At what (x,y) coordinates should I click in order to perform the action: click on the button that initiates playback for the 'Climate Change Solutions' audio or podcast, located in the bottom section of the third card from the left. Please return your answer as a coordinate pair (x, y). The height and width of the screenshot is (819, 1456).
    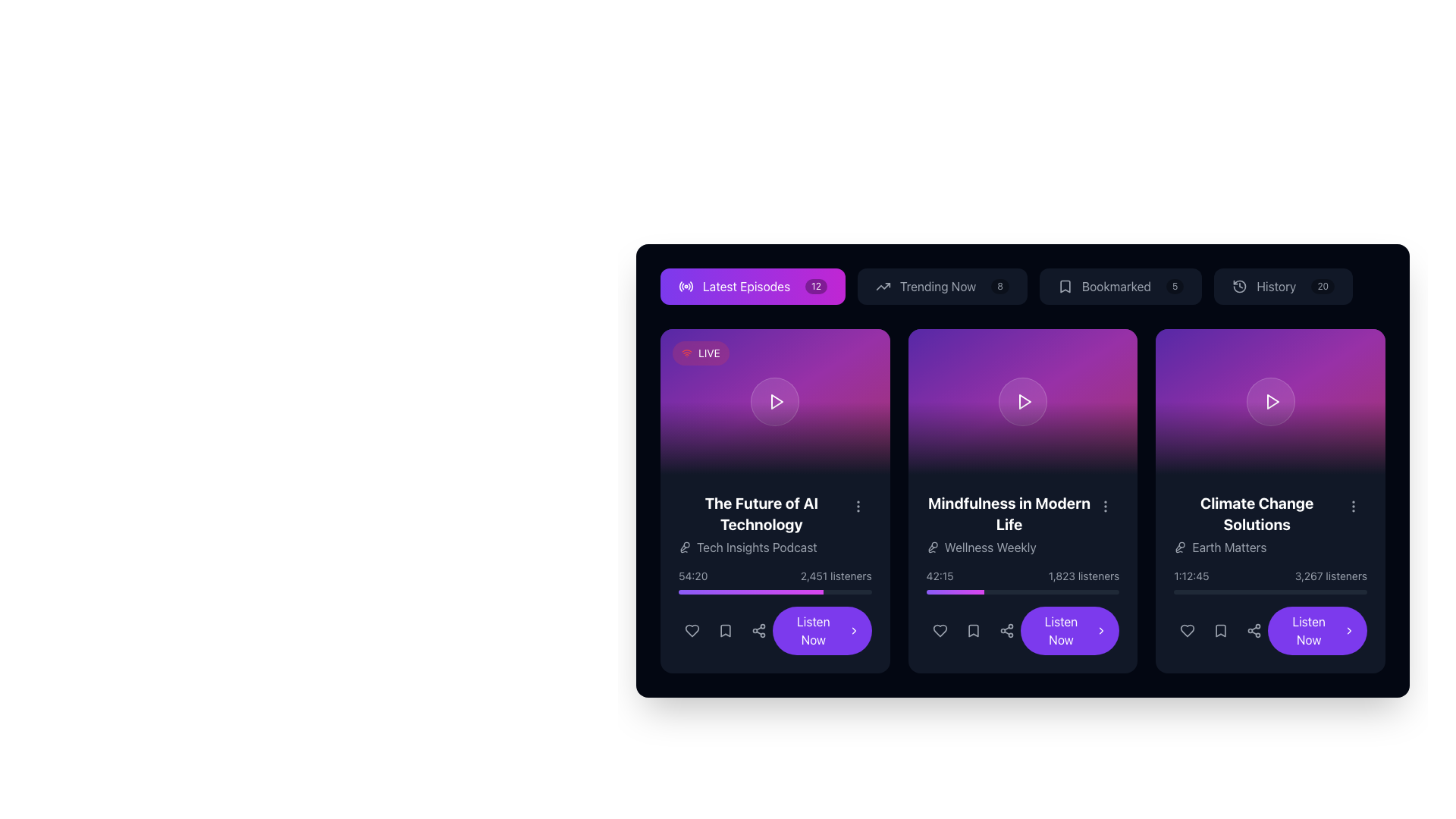
    Looking at the image, I should click on (1316, 631).